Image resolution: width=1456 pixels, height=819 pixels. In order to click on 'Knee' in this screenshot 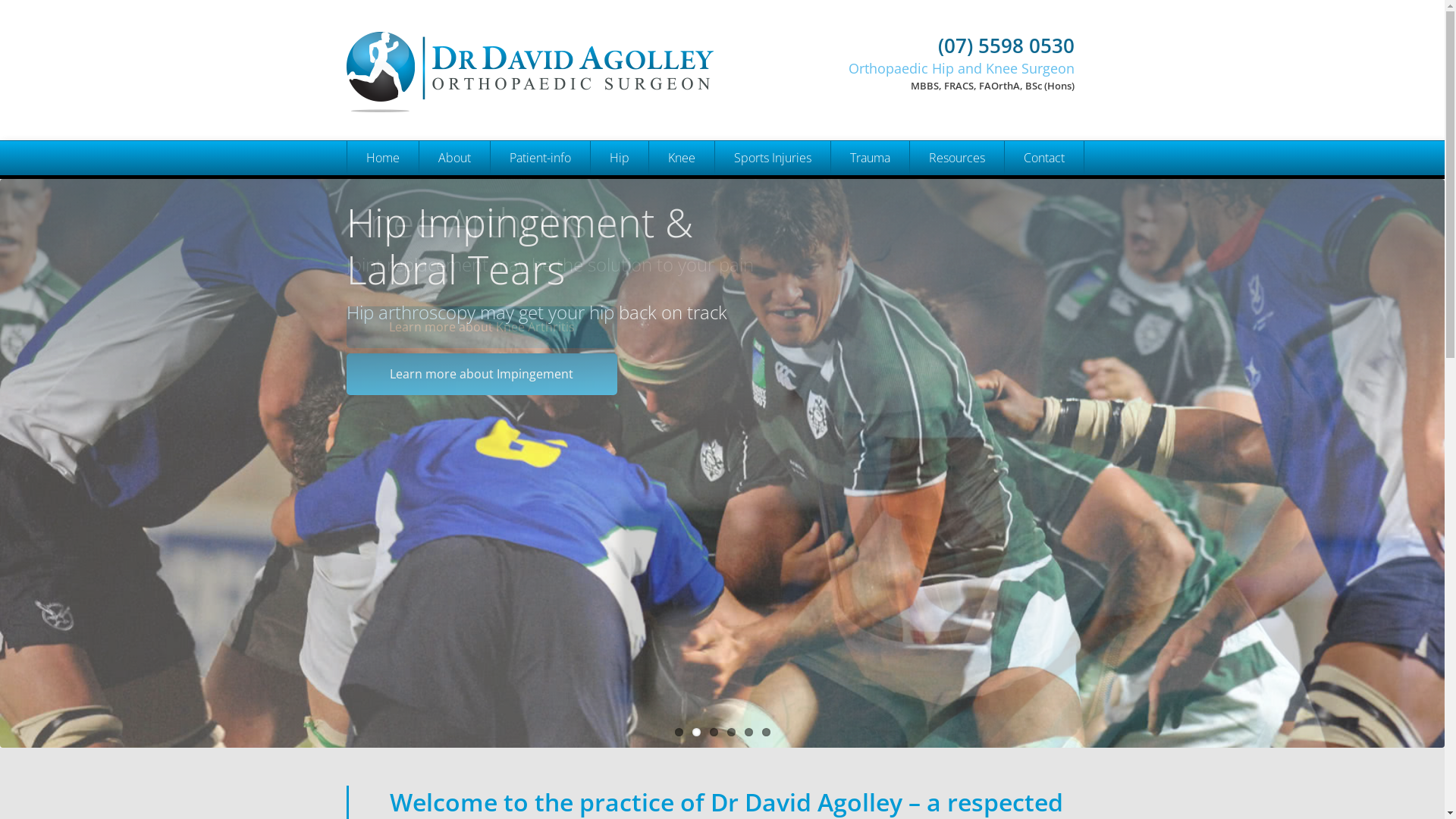, I will do `click(679, 158)`.